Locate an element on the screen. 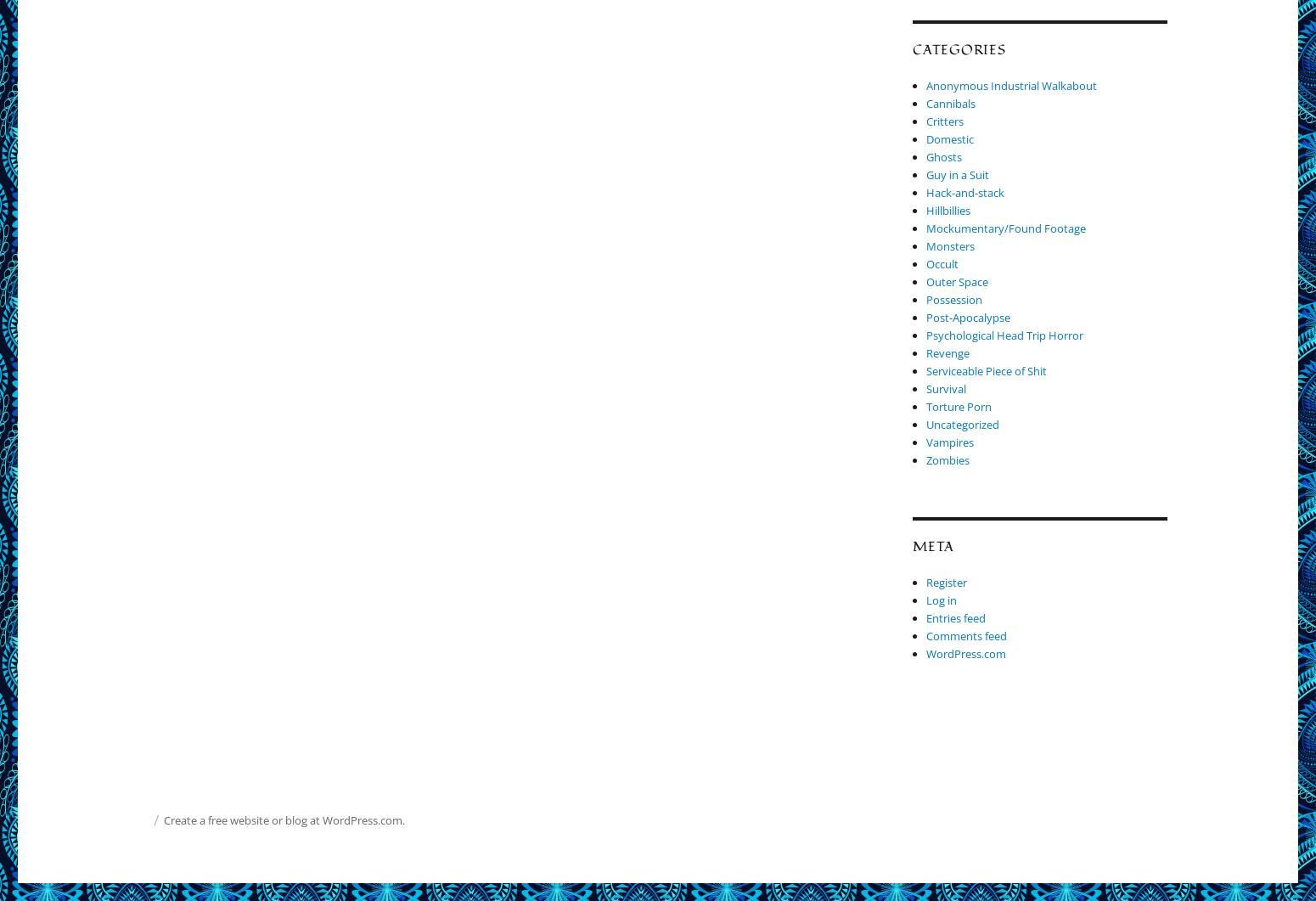 The image size is (1316, 901). 'Log in' is located at coordinates (925, 600).